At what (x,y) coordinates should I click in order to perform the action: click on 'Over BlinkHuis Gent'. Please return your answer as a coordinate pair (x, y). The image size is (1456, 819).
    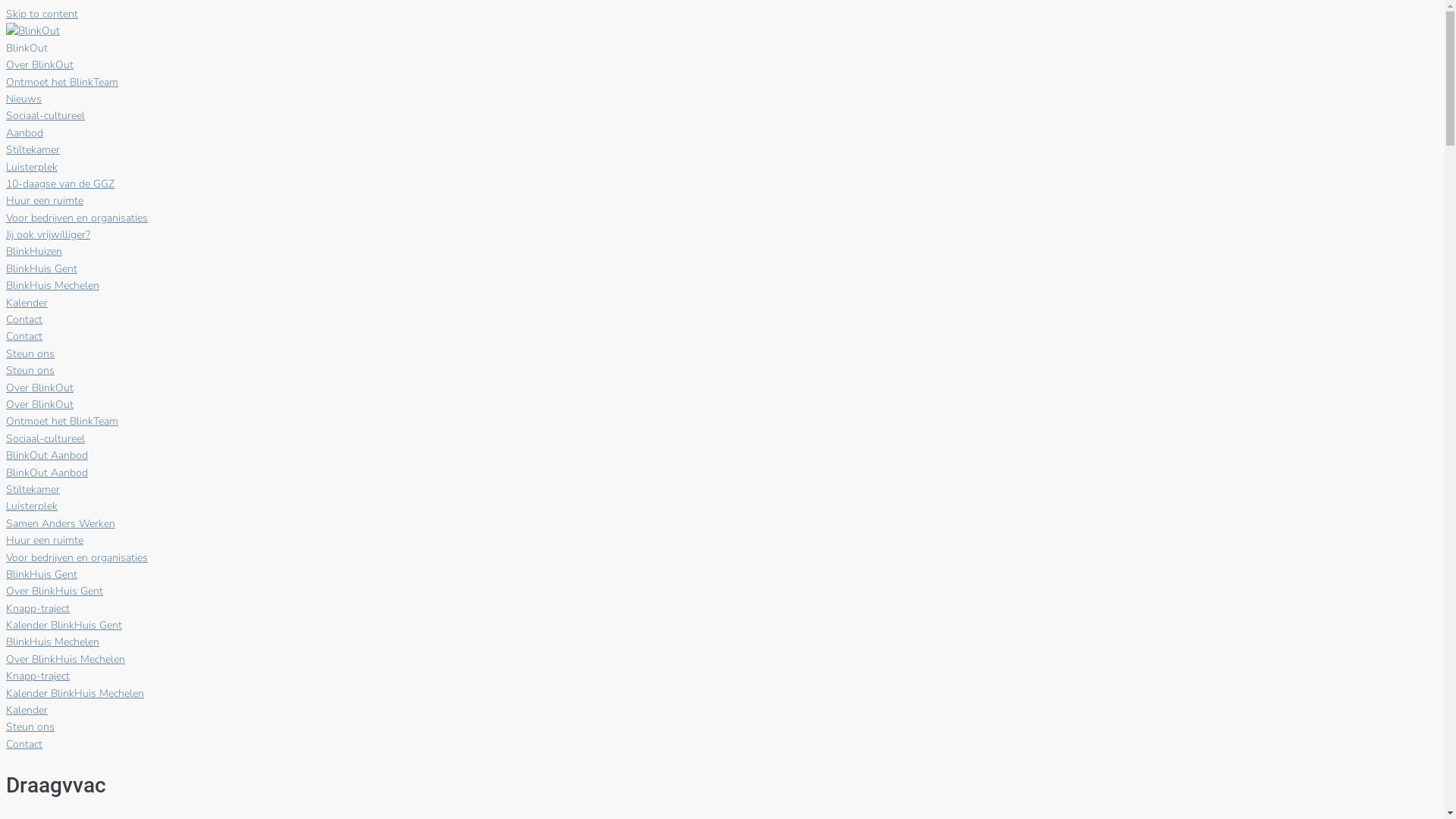
    Looking at the image, I should click on (55, 590).